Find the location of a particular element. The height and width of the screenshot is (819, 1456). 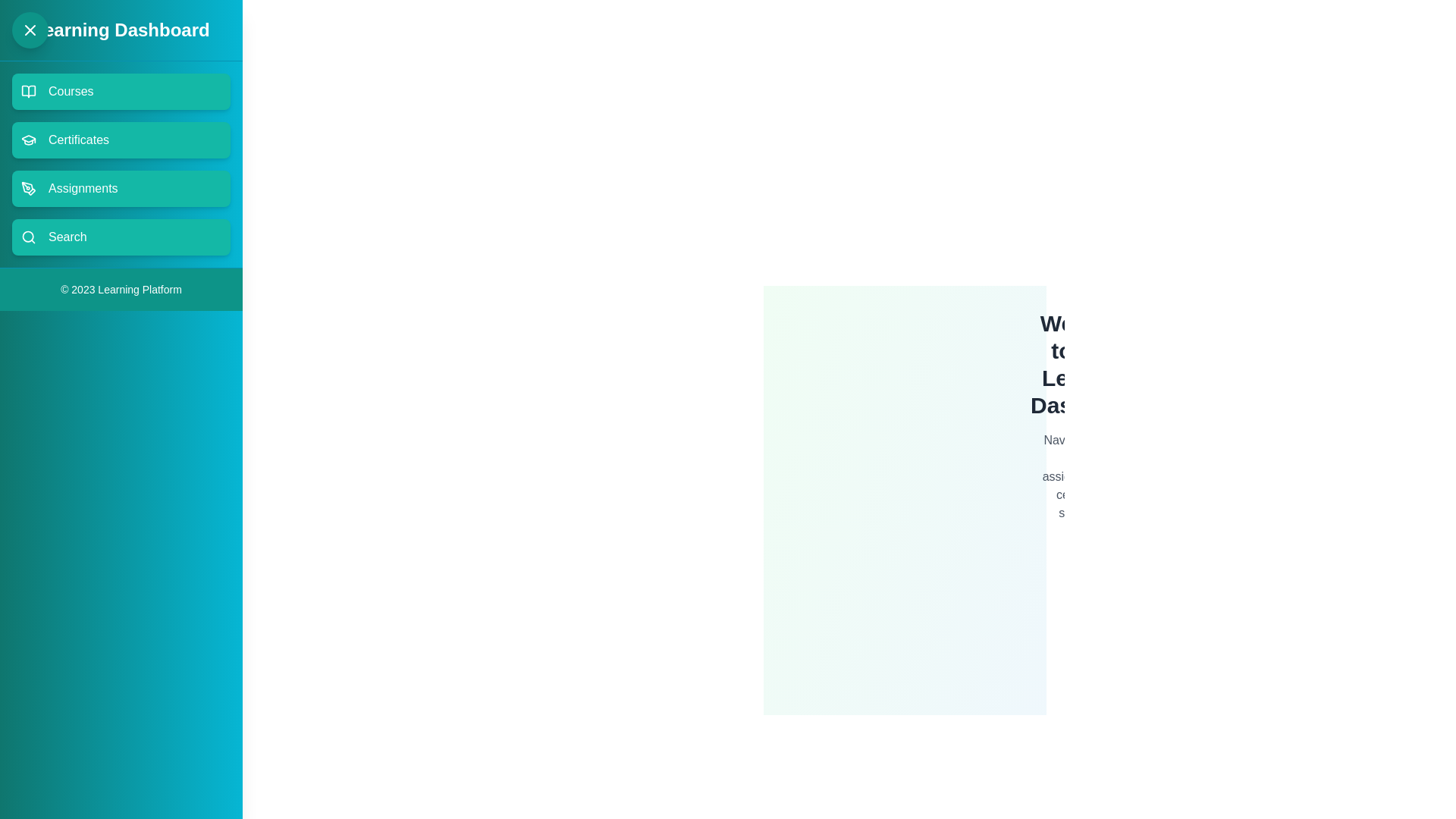

the graphical representation of the SVG icon within the 'Assignments' button in the sidebar menu is located at coordinates (29, 188).